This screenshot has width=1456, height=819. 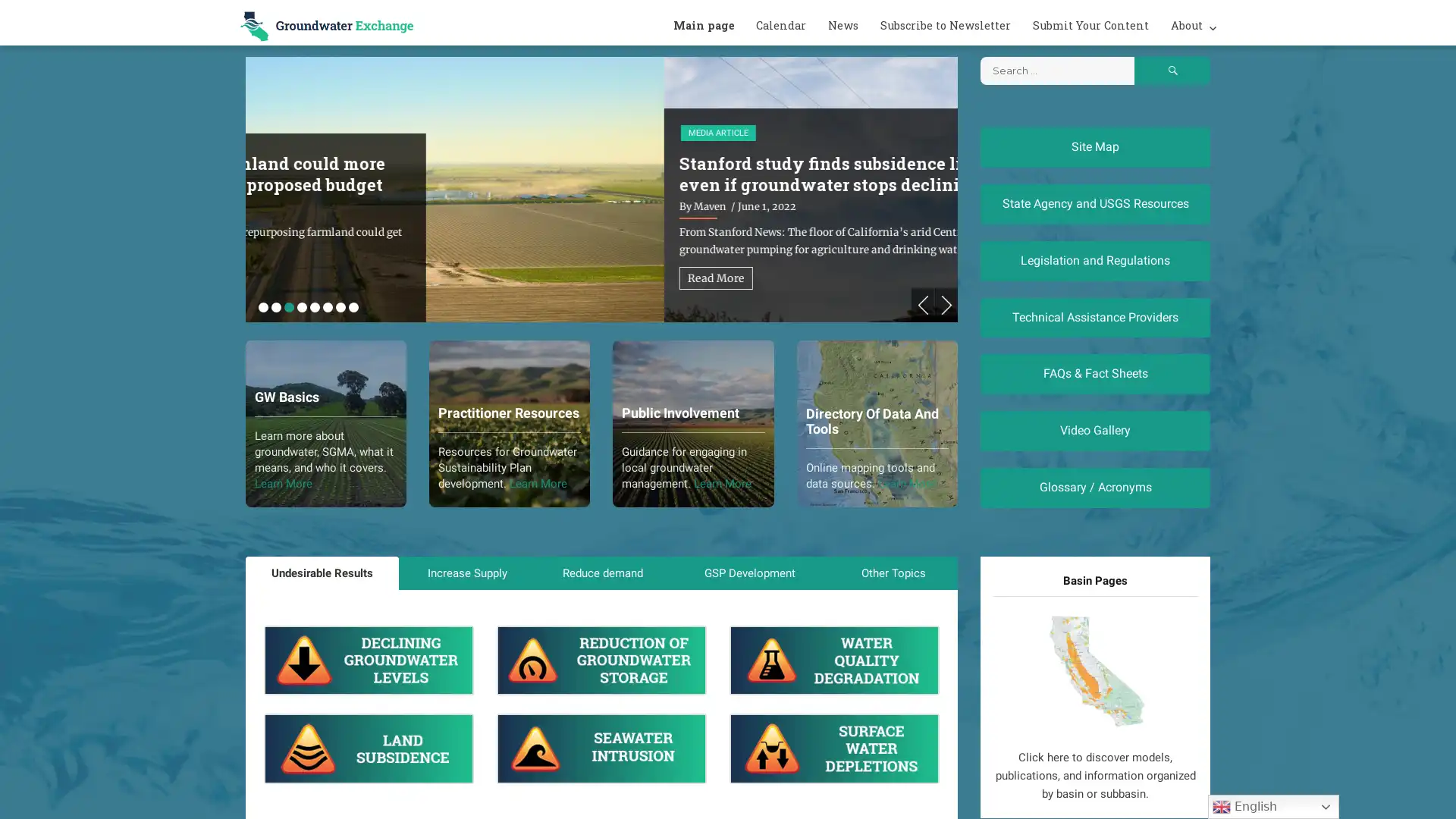 I want to click on Previous, so click(x=922, y=305).